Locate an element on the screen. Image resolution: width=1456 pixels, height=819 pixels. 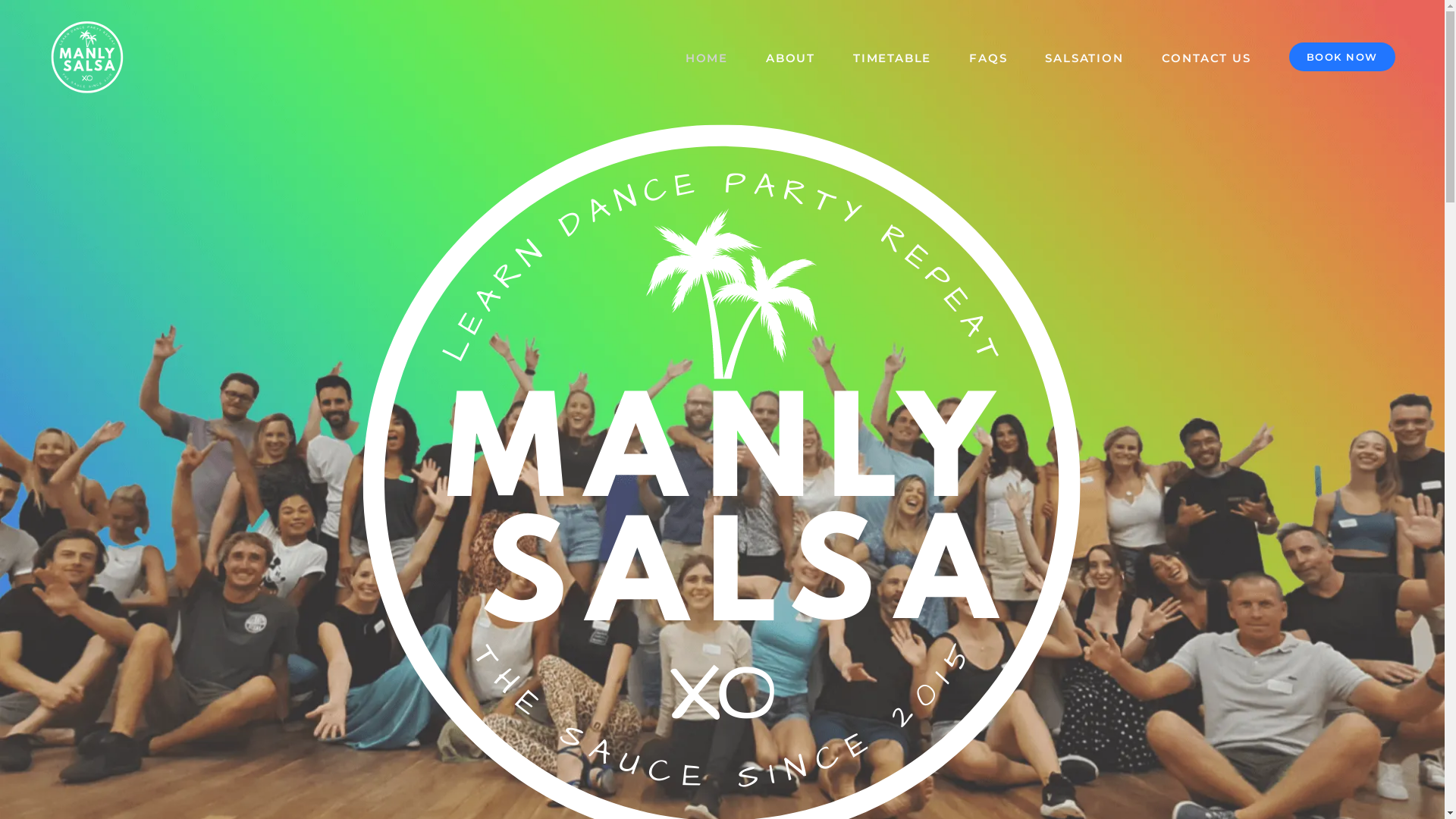
'HOME' is located at coordinates (705, 55).